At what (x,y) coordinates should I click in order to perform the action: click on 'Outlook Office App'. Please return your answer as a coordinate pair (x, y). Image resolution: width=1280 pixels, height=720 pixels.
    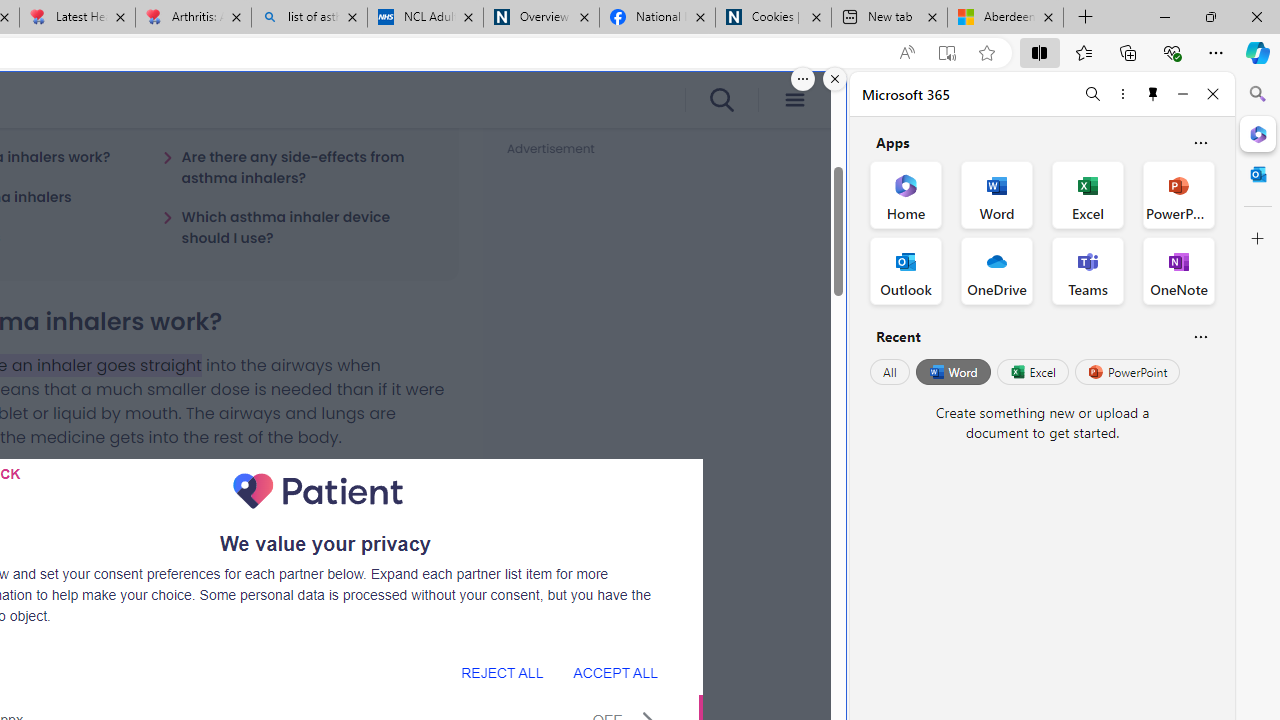
    Looking at the image, I should click on (905, 271).